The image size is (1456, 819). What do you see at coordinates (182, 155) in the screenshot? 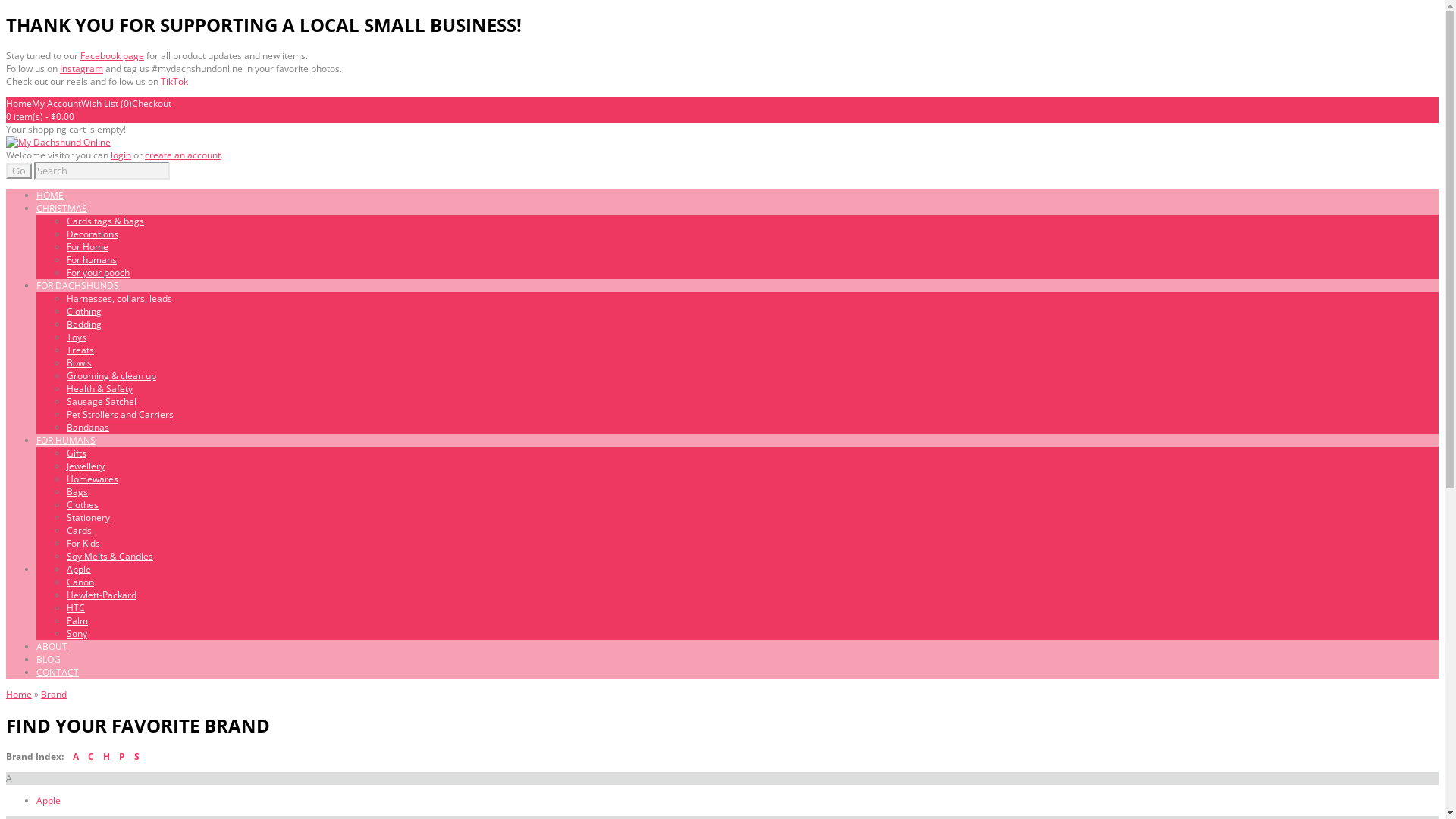
I see `'create an account'` at bounding box center [182, 155].